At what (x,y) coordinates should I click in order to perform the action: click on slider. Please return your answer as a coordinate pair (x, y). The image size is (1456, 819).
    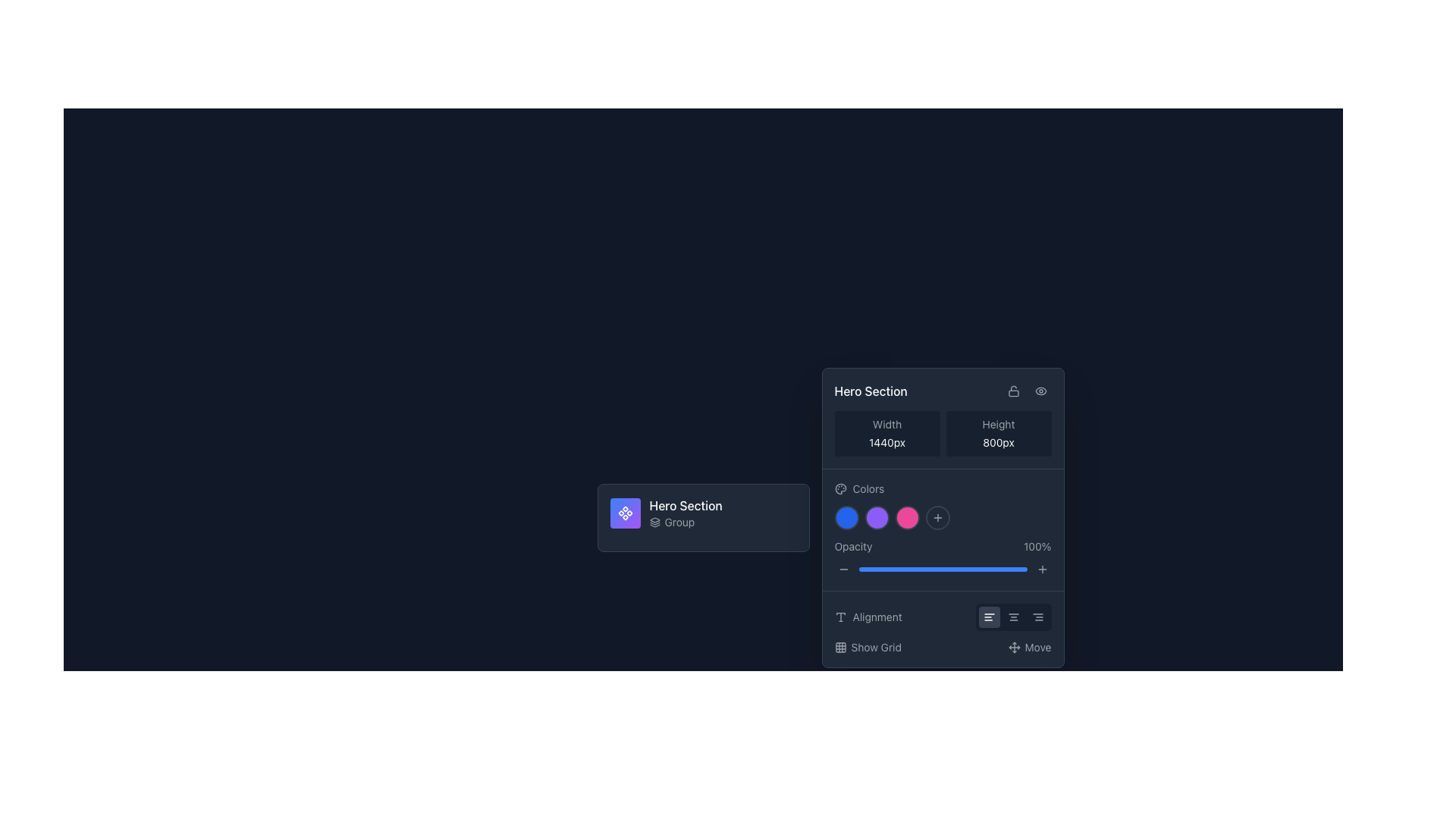
    Looking at the image, I should click on (920, 570).